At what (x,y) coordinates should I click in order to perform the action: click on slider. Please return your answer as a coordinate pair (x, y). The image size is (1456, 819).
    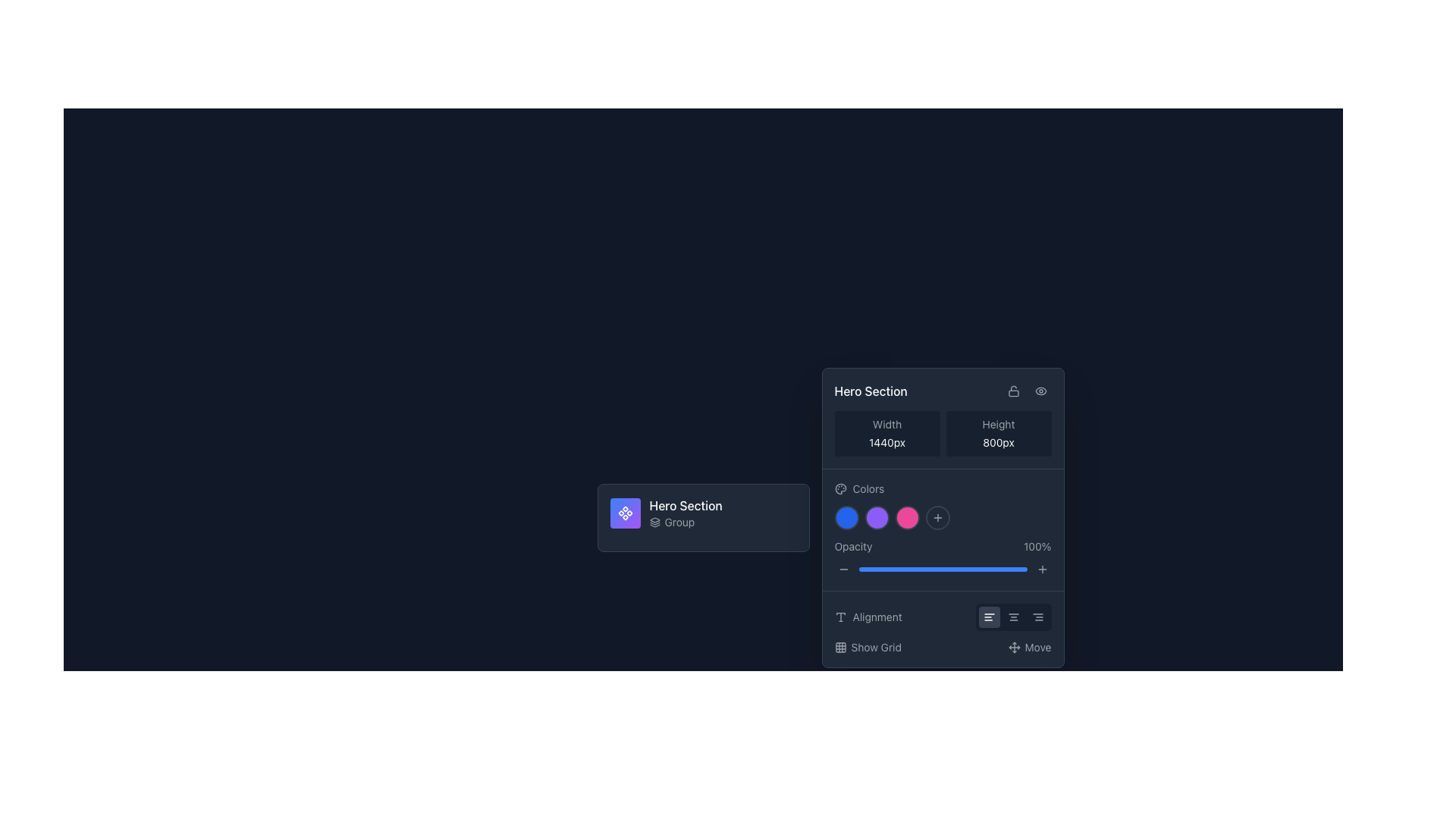
    Looking at the image, I should click on (920, 570).